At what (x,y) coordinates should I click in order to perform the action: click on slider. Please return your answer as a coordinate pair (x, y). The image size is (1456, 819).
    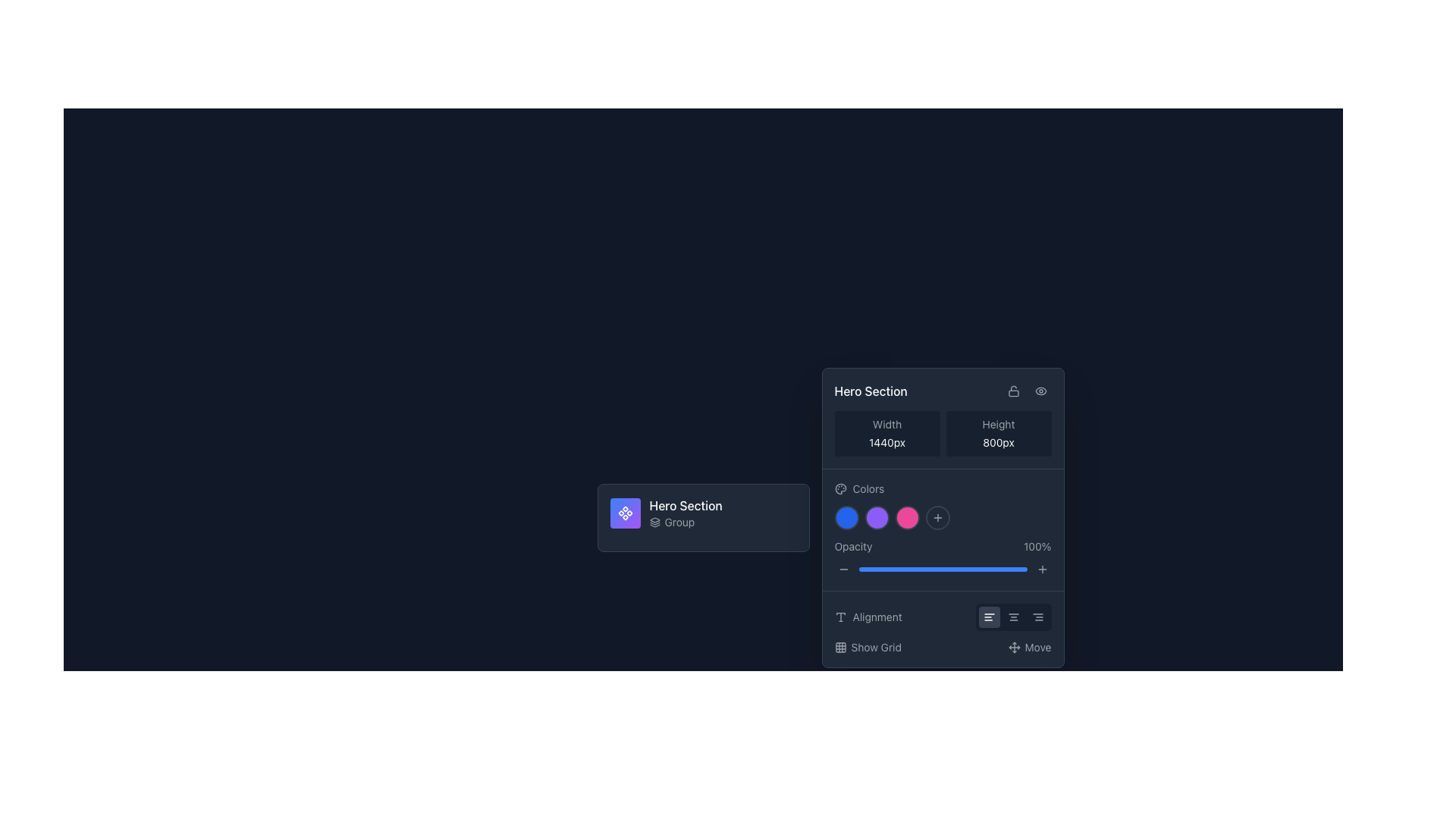
    Looking at the image, I should click on (920, 570).